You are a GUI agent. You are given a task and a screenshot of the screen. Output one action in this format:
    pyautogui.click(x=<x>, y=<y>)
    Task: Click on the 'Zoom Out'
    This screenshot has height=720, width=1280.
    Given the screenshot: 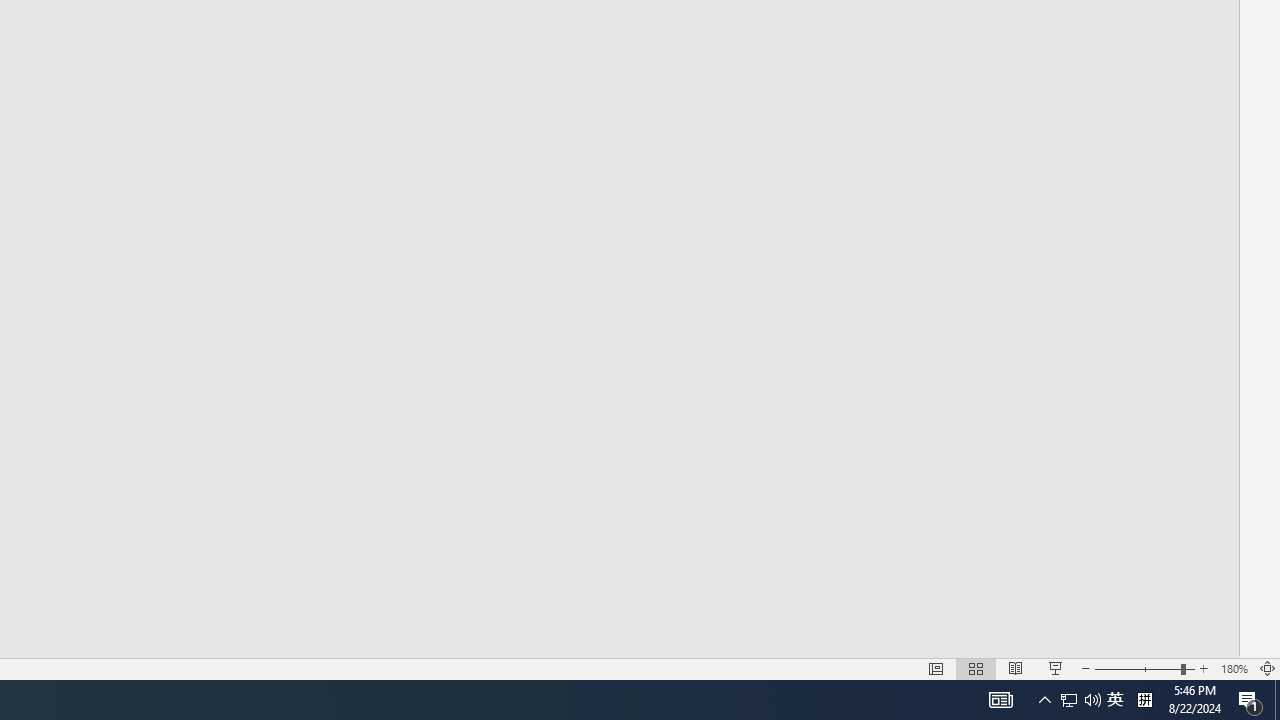 What is the action you would take?
    pyautogui.click(x=1137, y=669)
    